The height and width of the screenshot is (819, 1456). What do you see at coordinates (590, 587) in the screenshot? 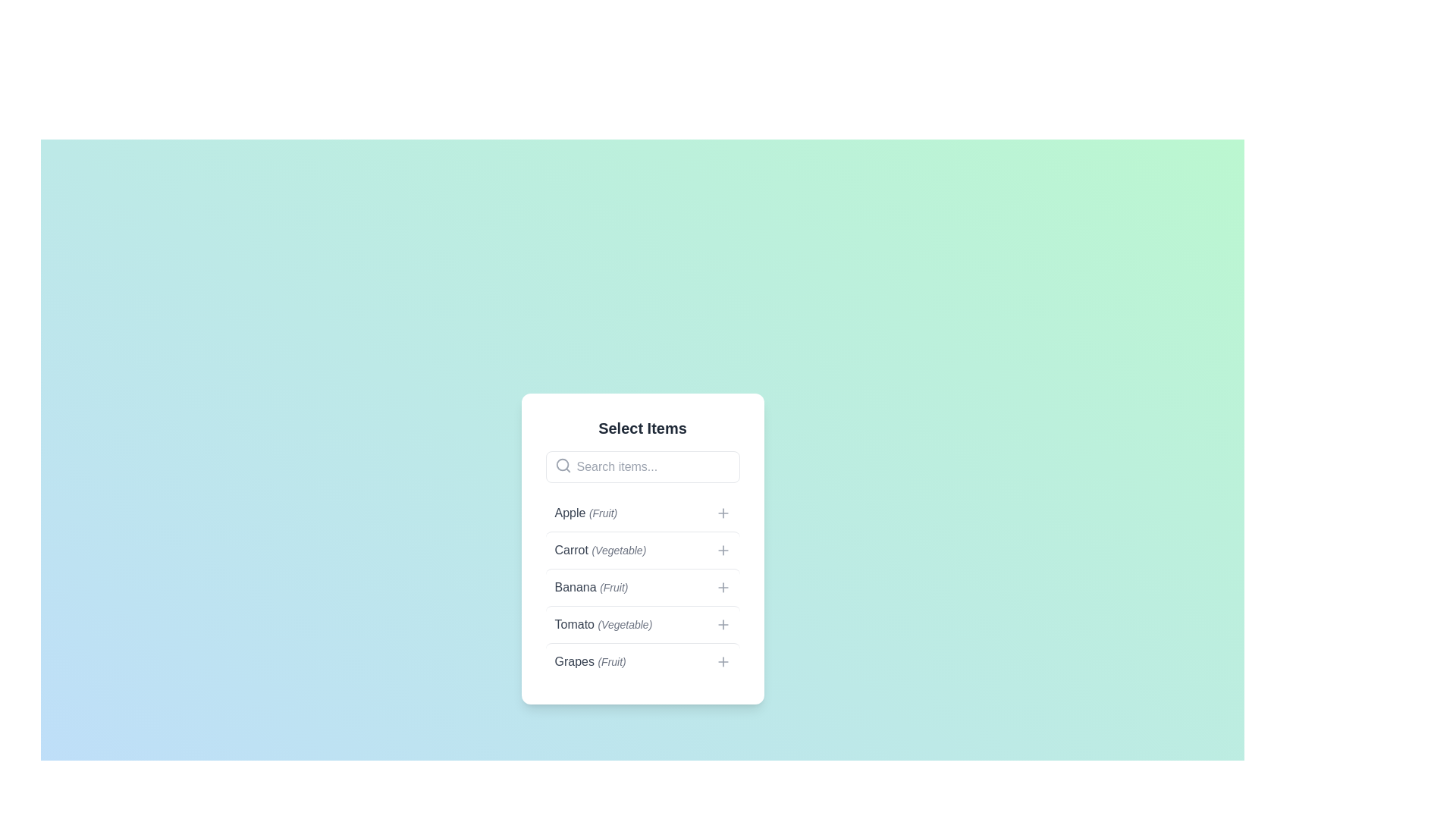
I see `the text label displaying 'Banana (Fruit)', which is the third item in a vertical list of items within a card-like layout` at bounding box center [590, 587].